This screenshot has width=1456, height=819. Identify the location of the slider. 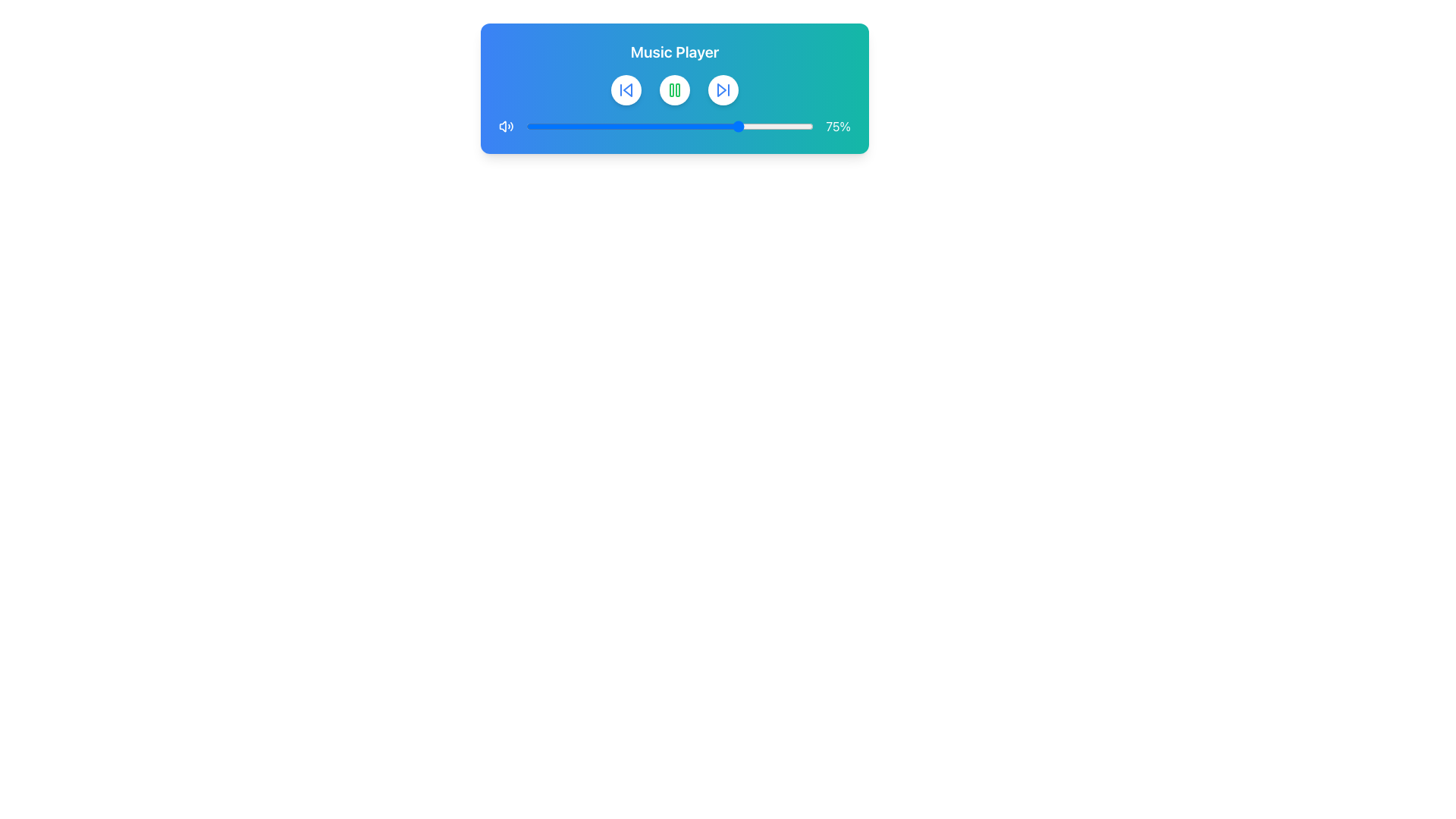
(753, 125).